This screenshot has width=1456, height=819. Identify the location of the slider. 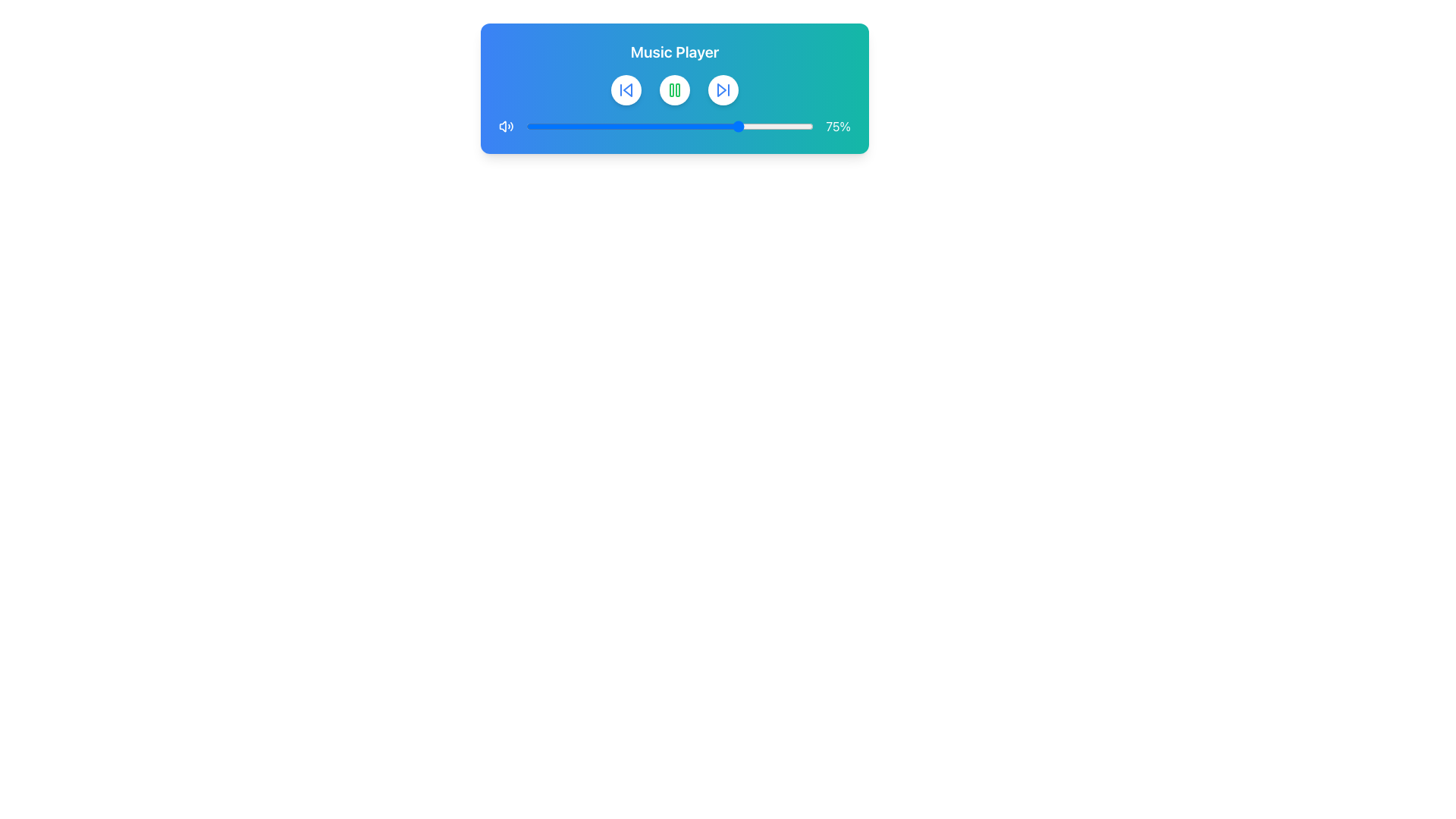
(753, 125).